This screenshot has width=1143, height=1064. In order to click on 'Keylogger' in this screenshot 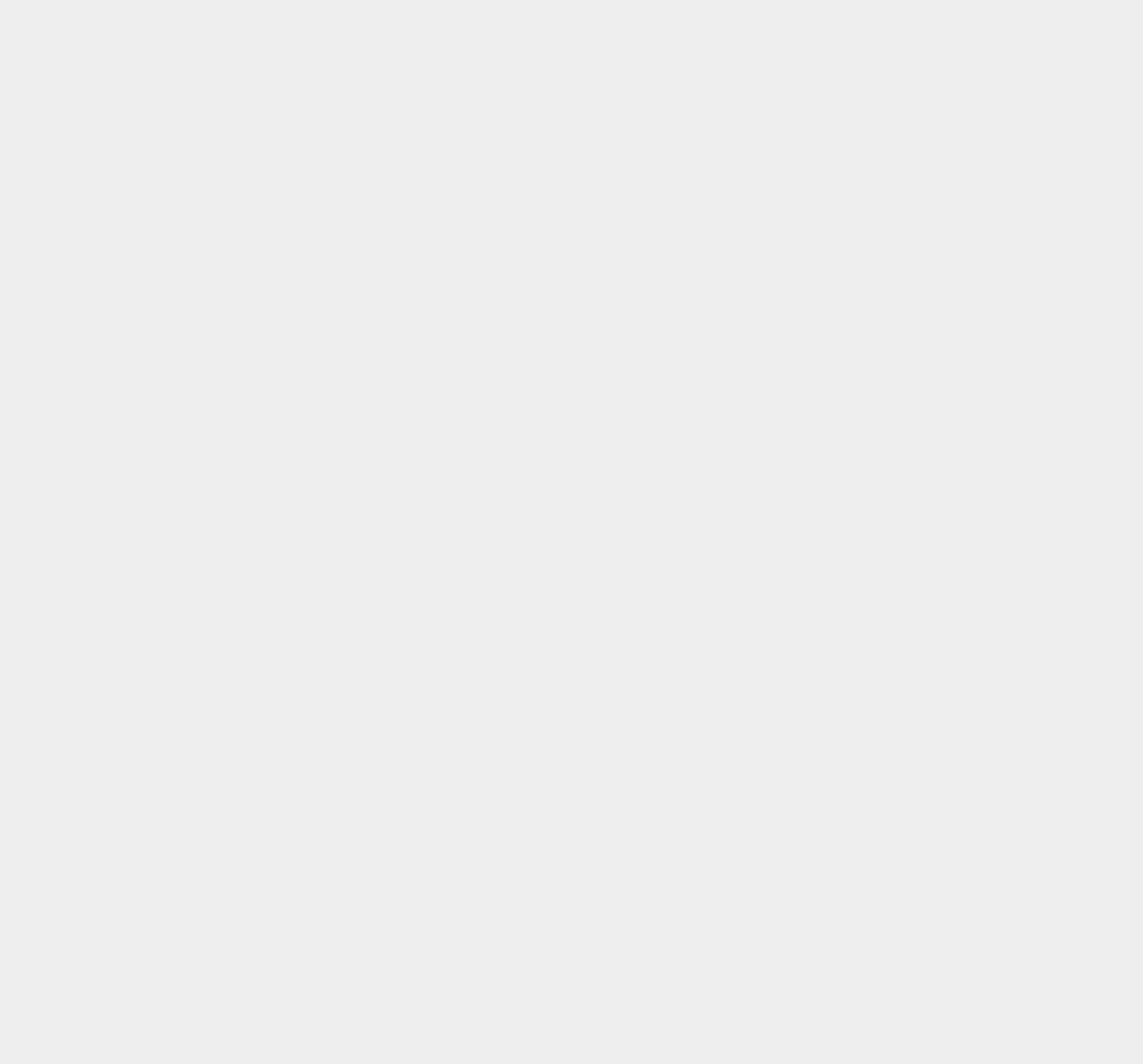, I will do `click(837, 76)`.